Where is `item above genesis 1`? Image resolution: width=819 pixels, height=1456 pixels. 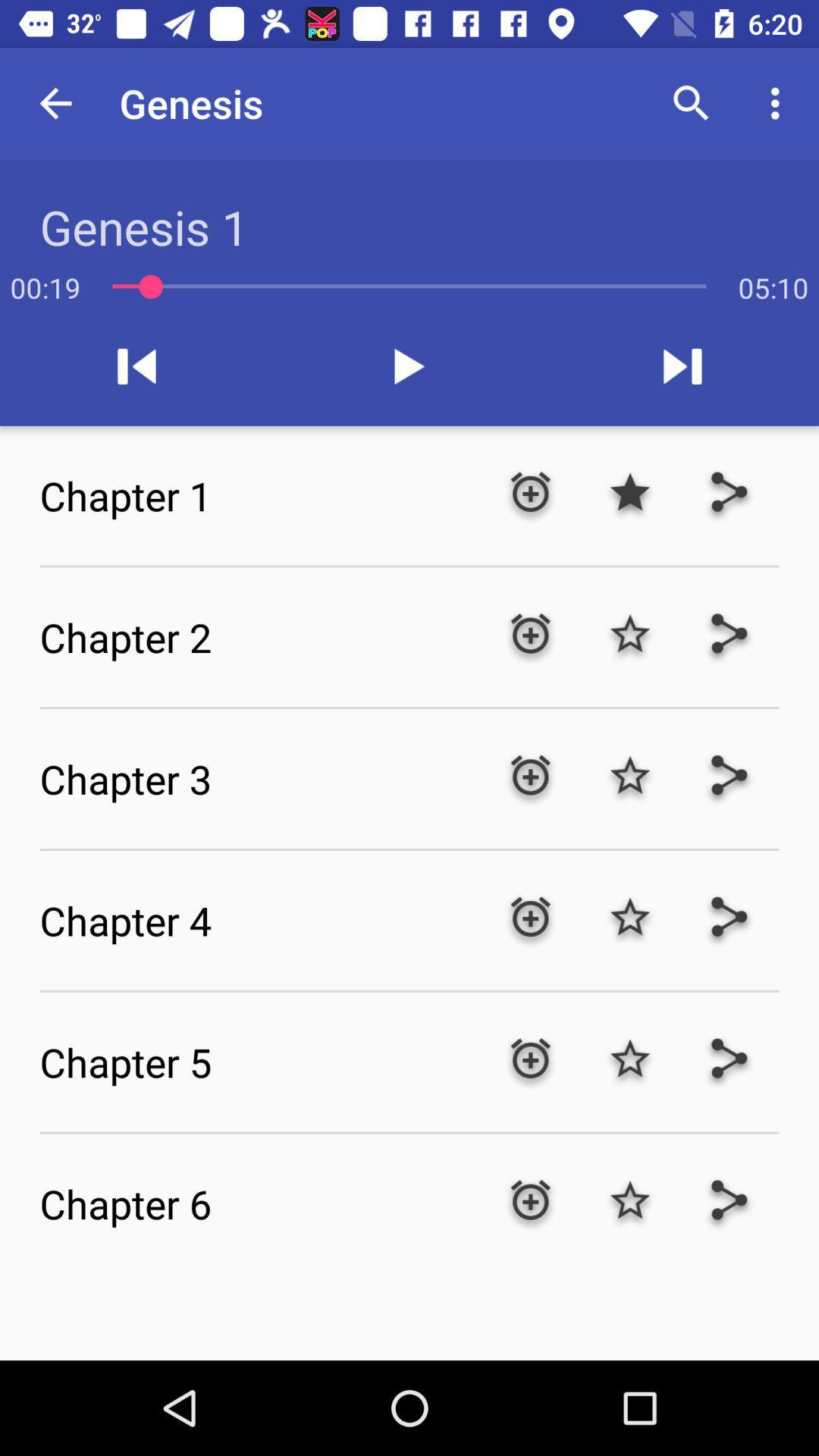 item above genesis 1 is located at coordinates (55, 102).